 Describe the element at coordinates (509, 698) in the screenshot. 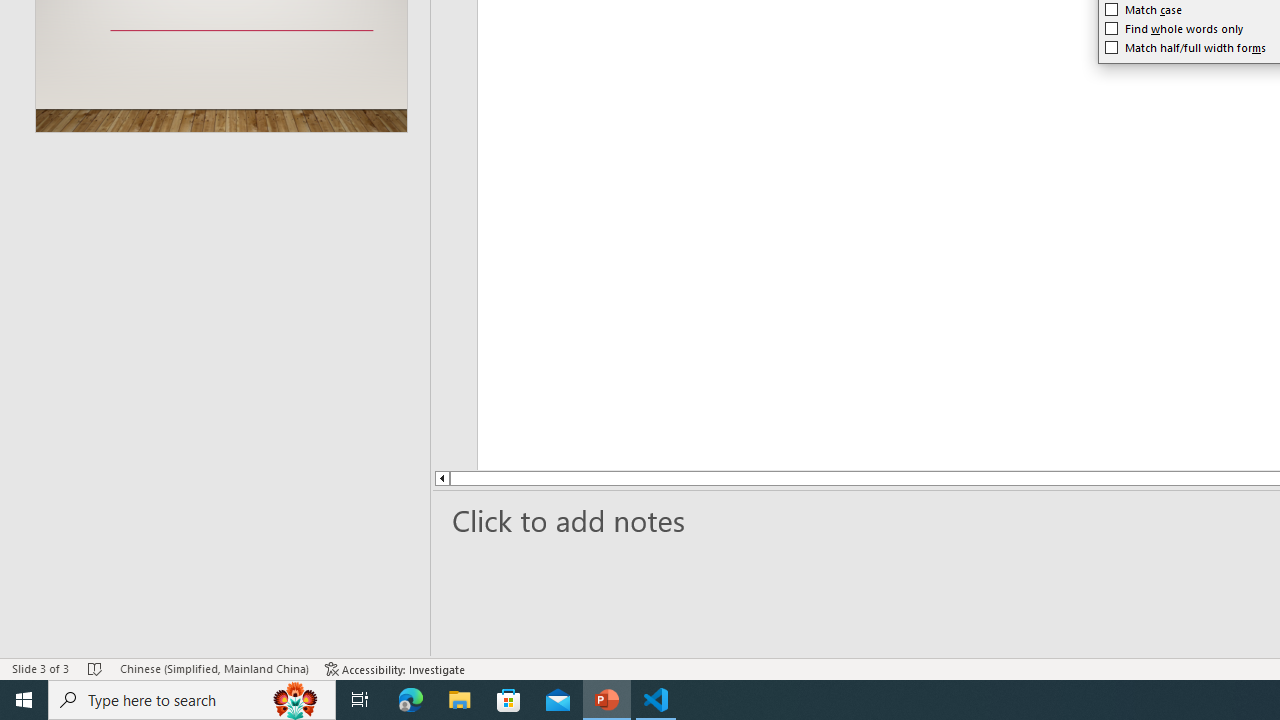

I see `'Microsoft Store'` at that location.